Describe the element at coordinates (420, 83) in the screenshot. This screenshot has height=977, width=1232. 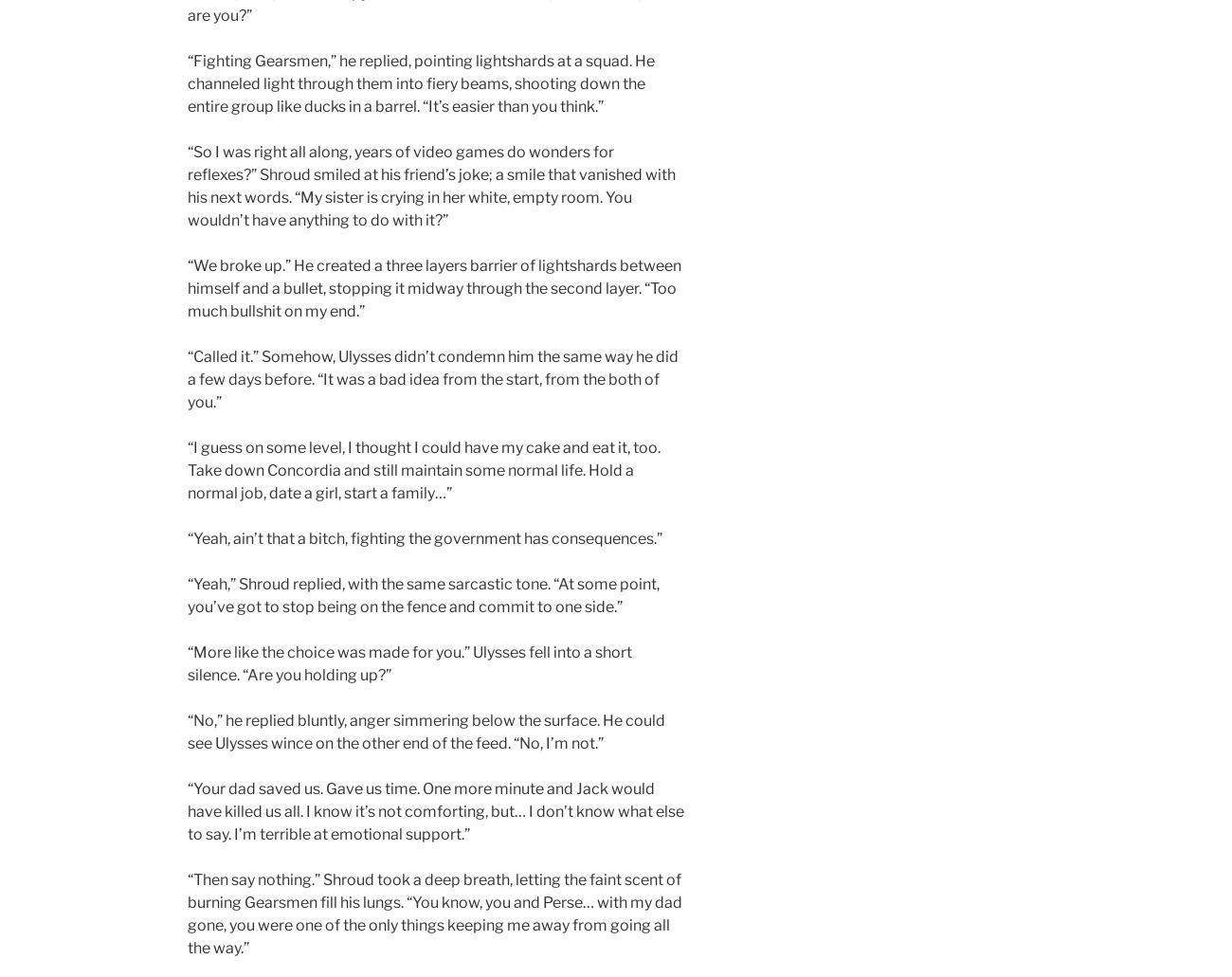
I see `'“Fighting Gearsmen,” he replied, pointing lightshards at a squad. He channeled light through them into fiery beams, shooting down the entire group like ducks in a barrel. “It’s easier than you think.”'` at that location.